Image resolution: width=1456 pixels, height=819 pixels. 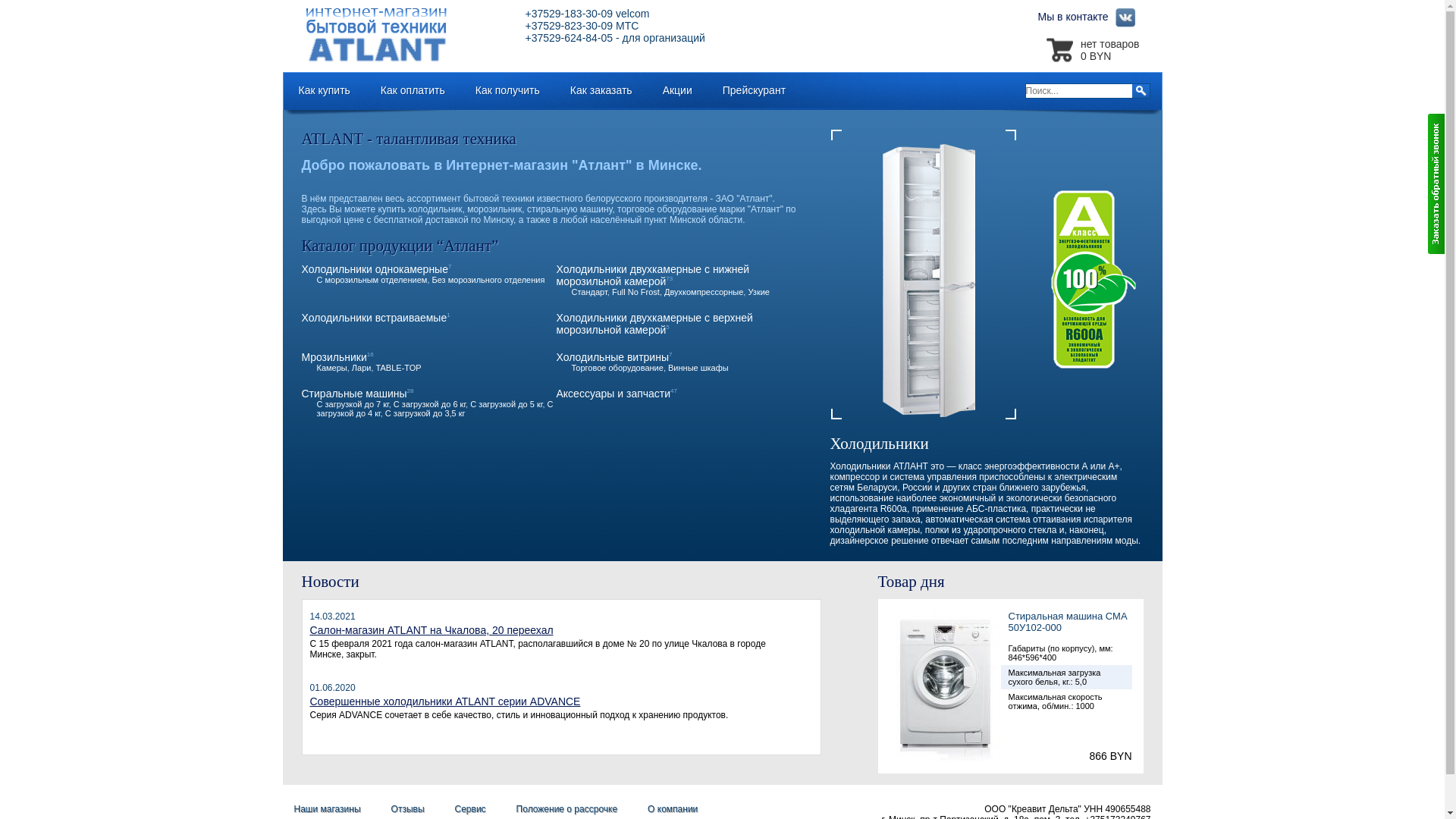 I want to click on 'Full No Frost', so click(x=635, y=292).